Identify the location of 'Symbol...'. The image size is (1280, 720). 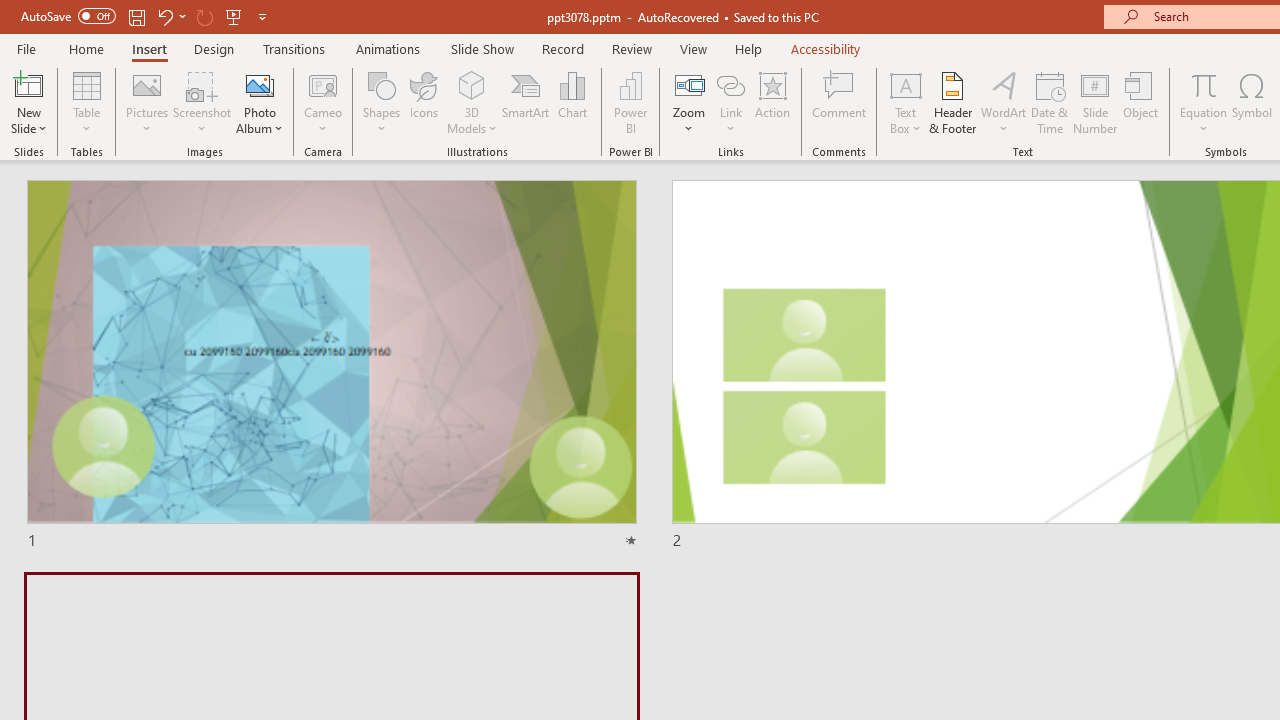
(1251, 103).